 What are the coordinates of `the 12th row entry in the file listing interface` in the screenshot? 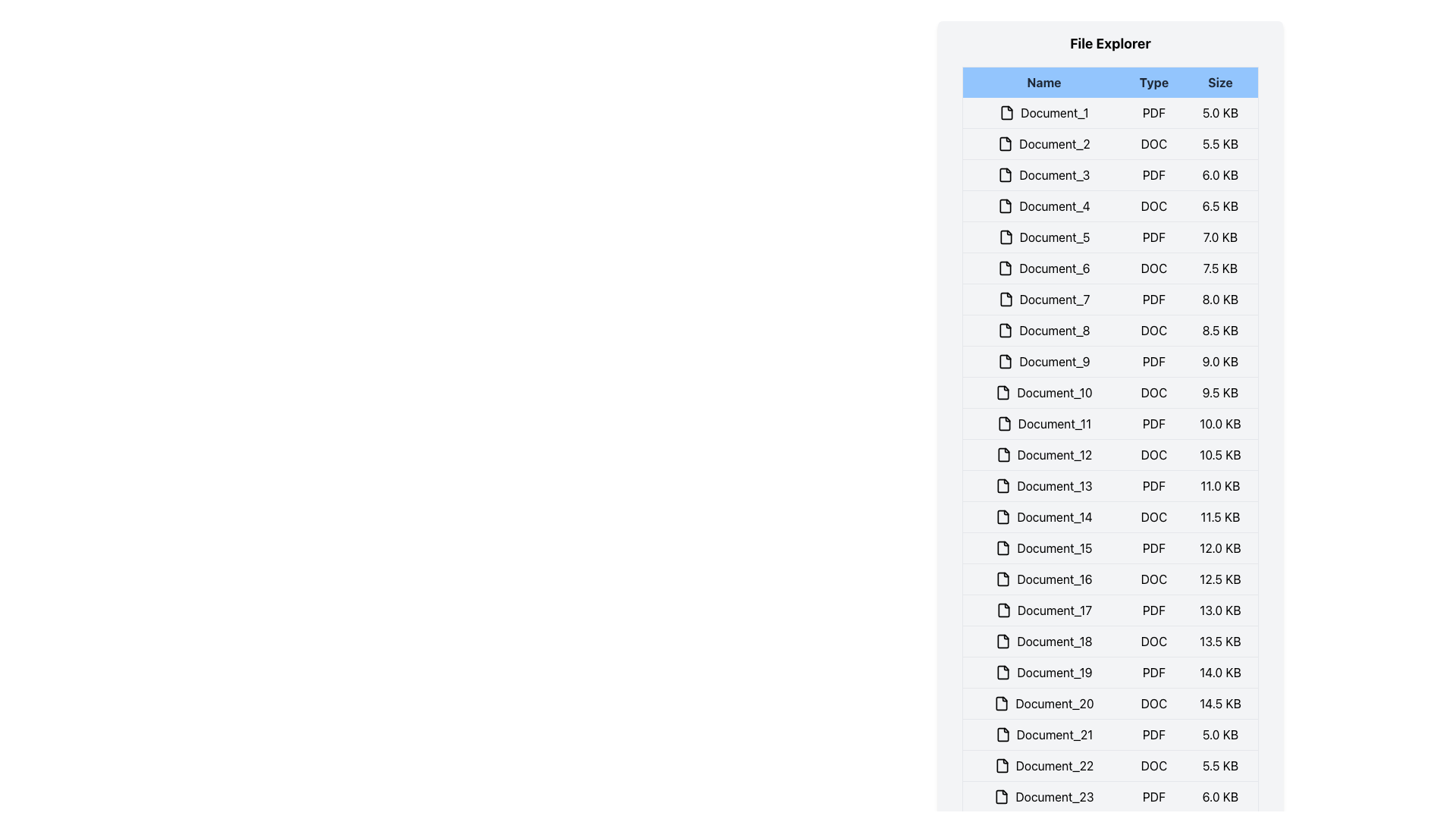 It's located at (1110, 454).